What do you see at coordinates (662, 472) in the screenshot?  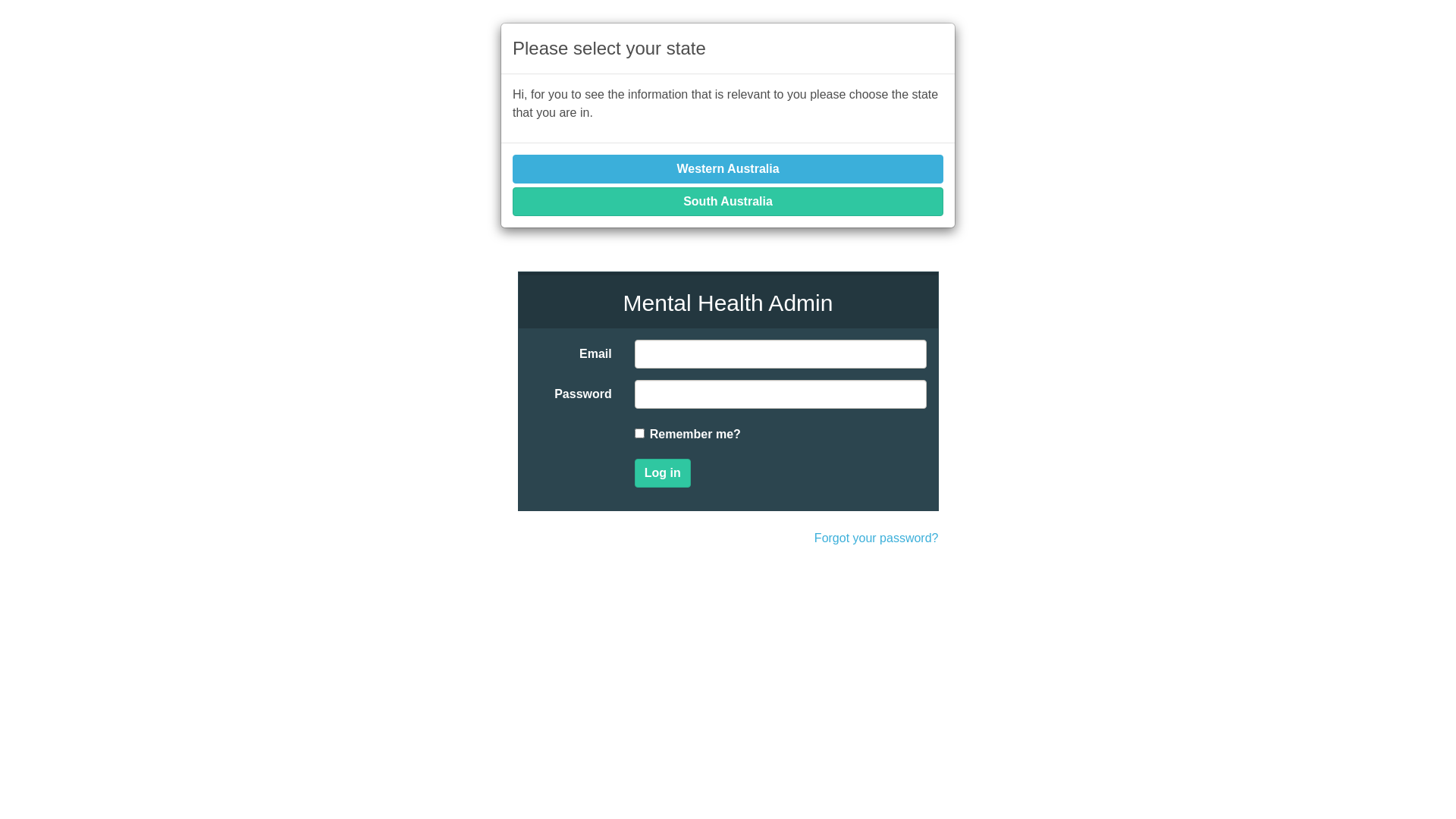 I see `'Log in'` at bounding box center [662, 472].